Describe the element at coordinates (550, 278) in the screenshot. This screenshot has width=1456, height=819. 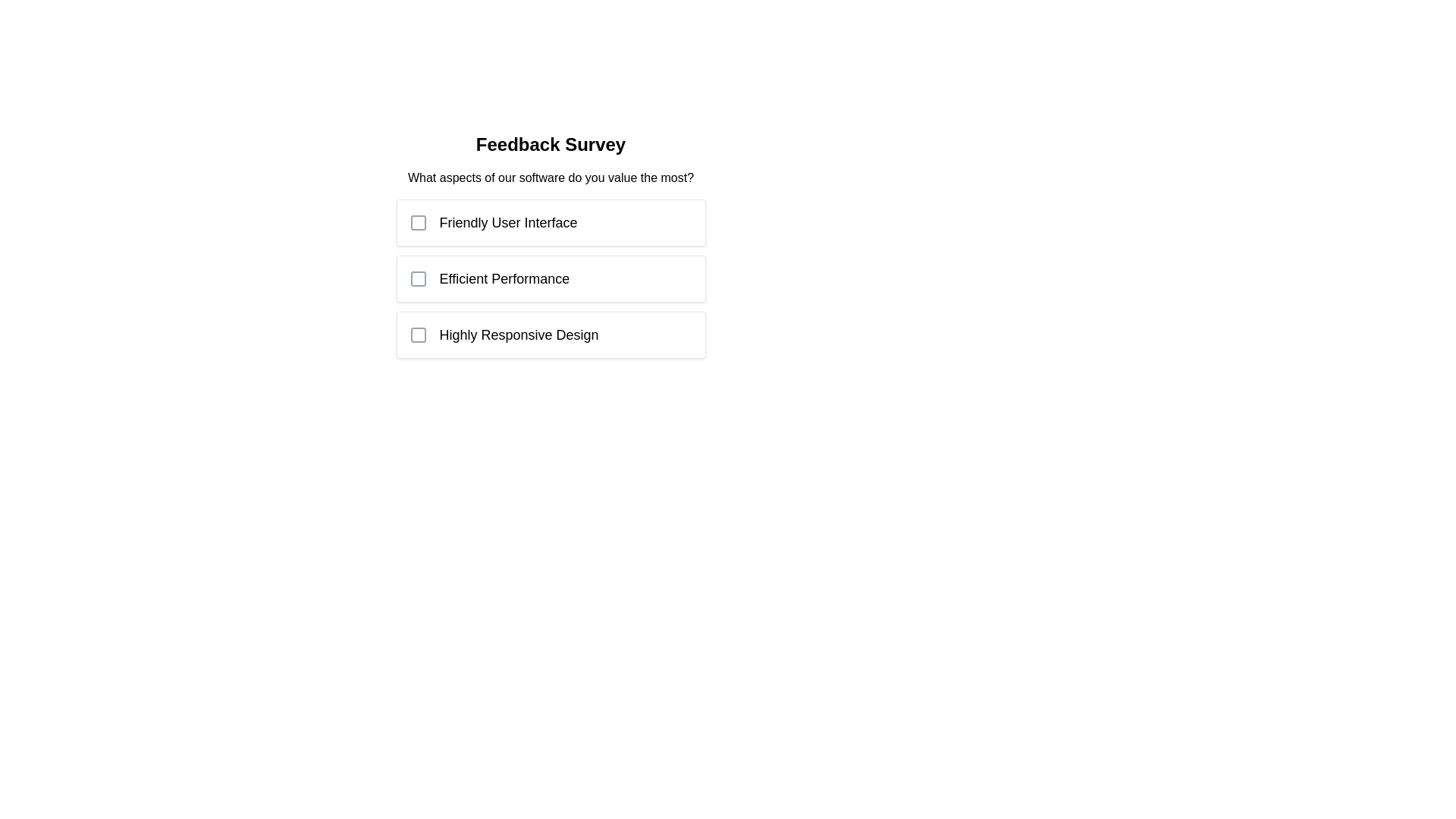
I see `associated text of the checkbox option located in the middle of a vertically arranged list, positioned below 'Friendly User Interface' and above 'Highly Responsive Design'` at that location.